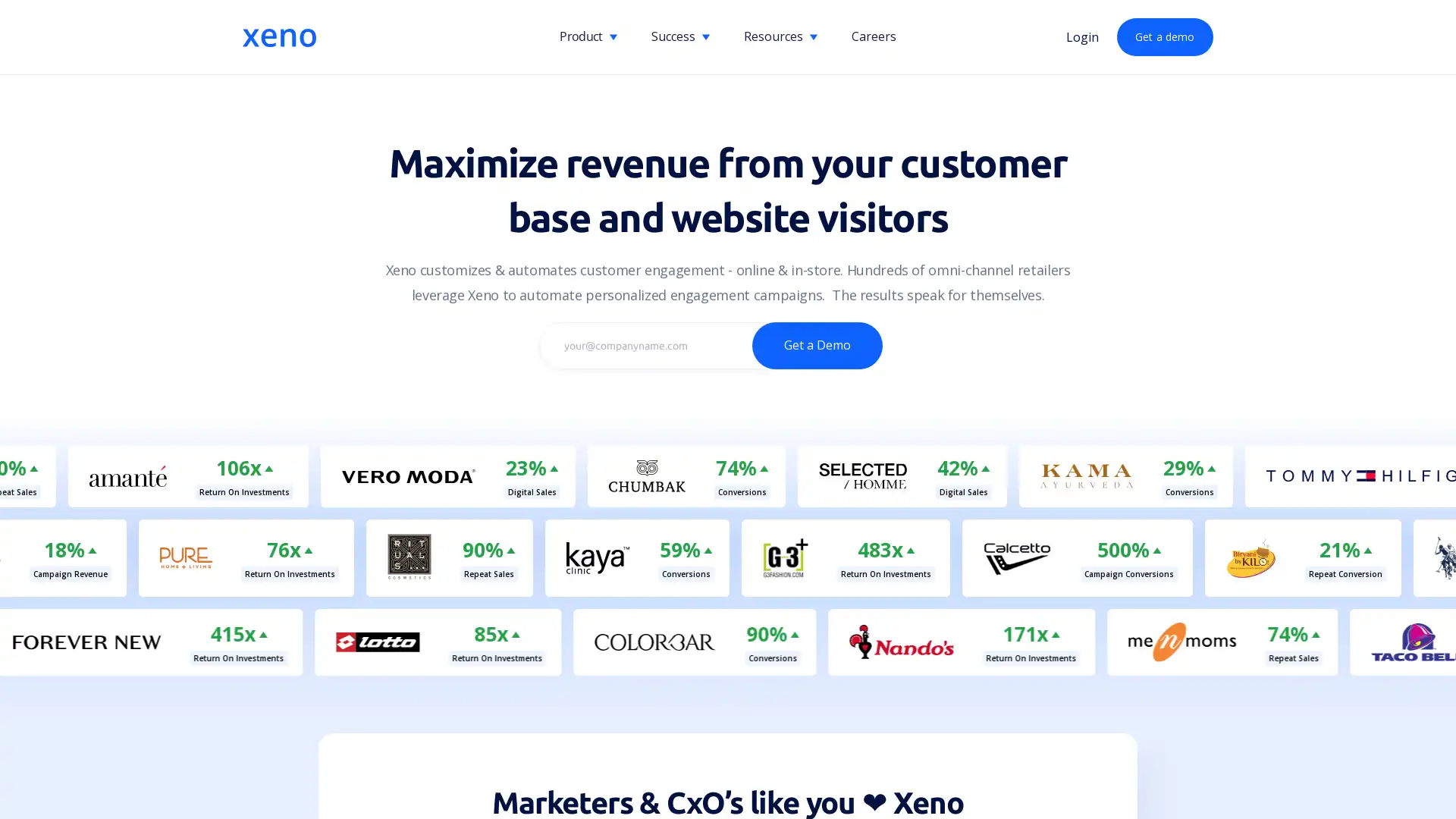  Describe the element at coordinates (817, 345) in the screenshot. I see `Get a Demo` at that location.